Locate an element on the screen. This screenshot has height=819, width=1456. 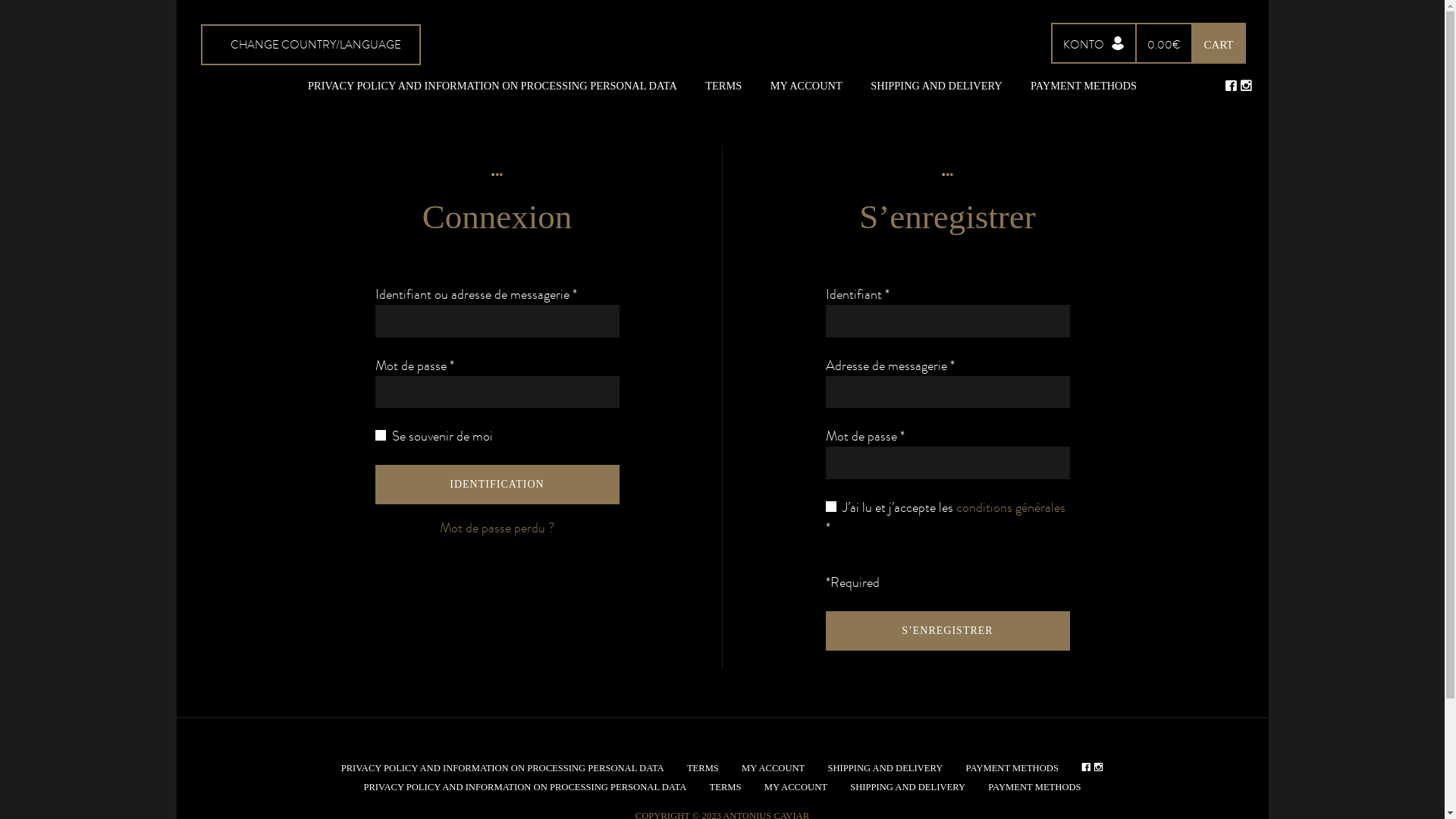
'PRIVACY POLICY AND INFORMATION ON PROCESSING PERSONAL DATA' is located at coordinates (492, 85).